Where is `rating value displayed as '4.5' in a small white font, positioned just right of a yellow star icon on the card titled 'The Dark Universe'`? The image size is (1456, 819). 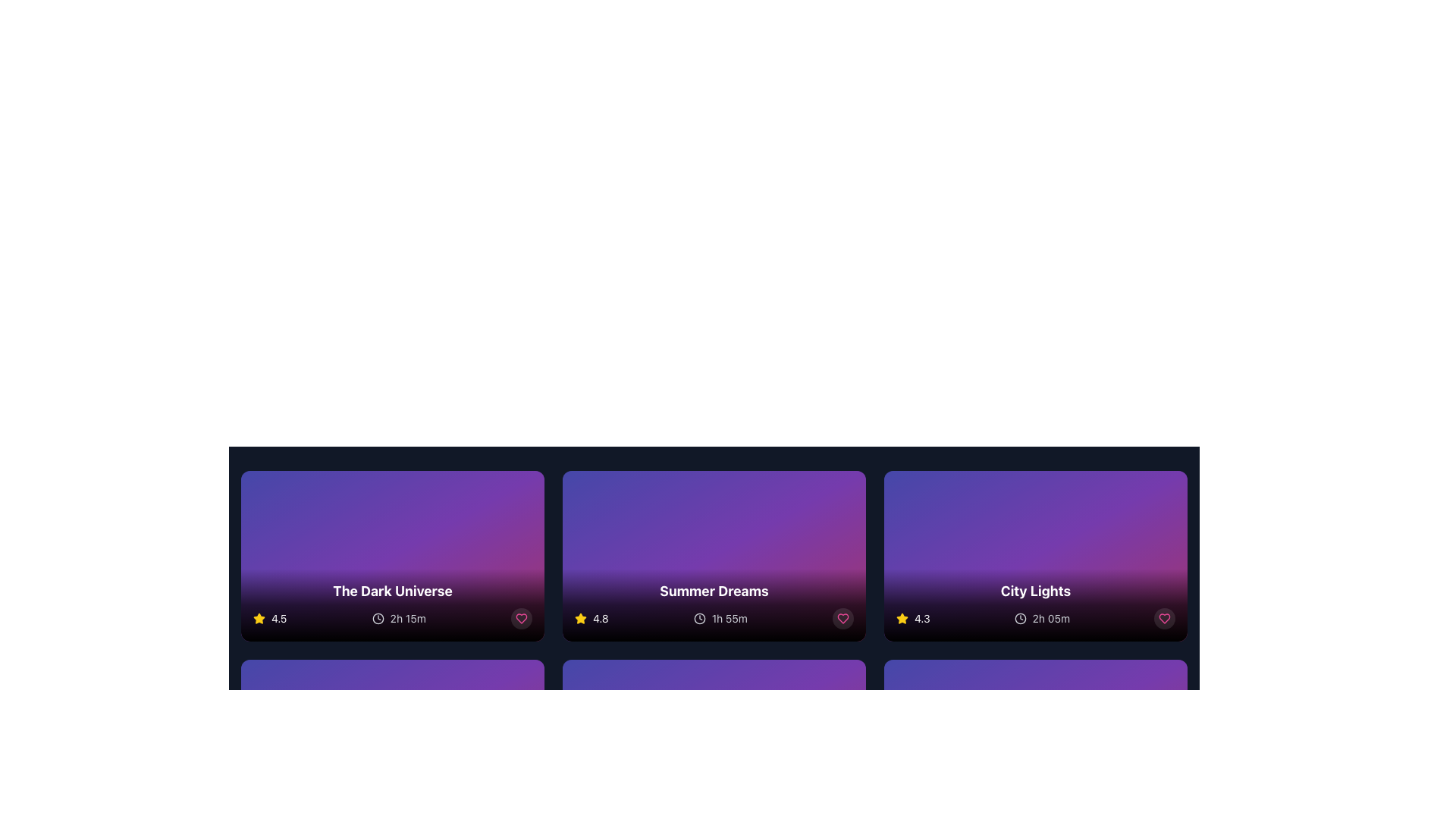 rating value displayed as '4.5' in a small white font, positioned just right of a yellow star icon on the card titled 'The Dark Universe' is located at coordinates (279, 619).